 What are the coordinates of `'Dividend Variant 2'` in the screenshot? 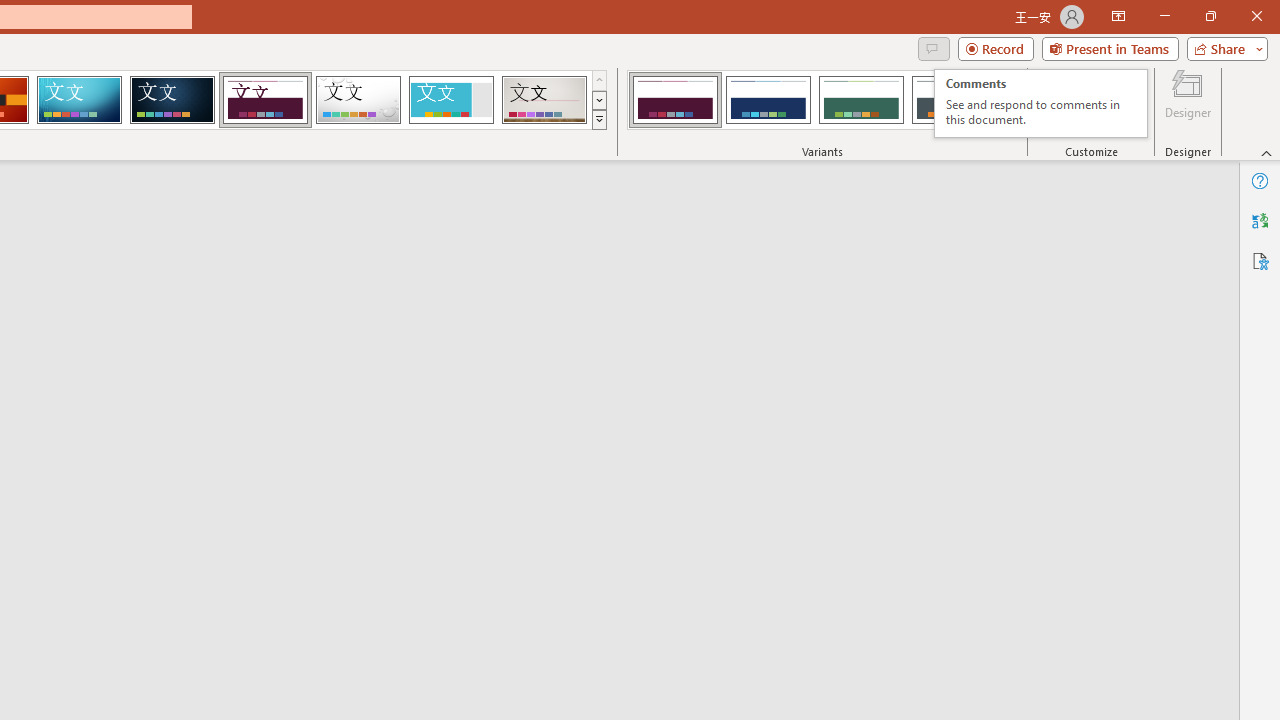 It's located at (767, 100).